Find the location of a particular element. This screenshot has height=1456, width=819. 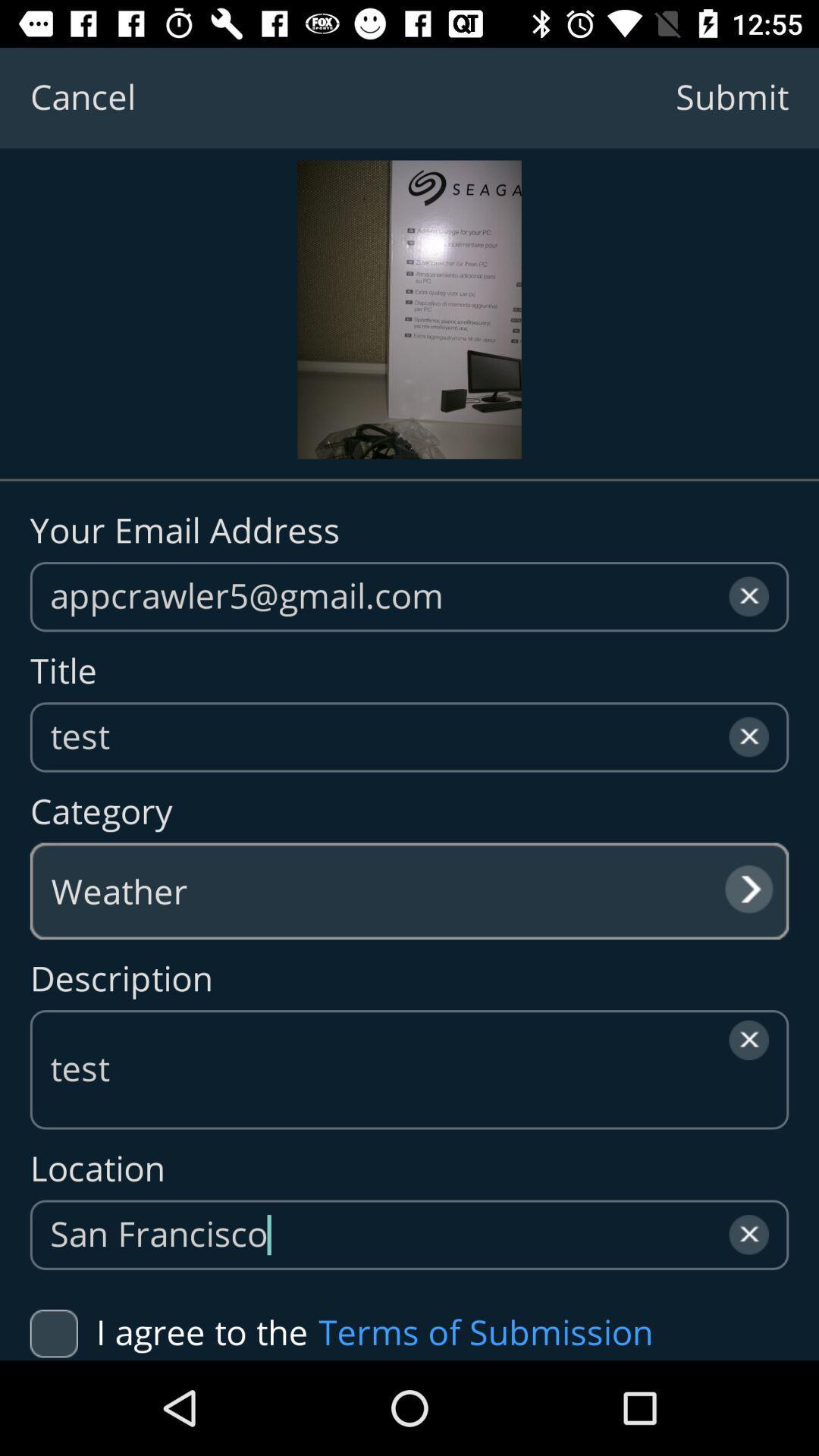

the close icon is located at coordinates (748, 595).